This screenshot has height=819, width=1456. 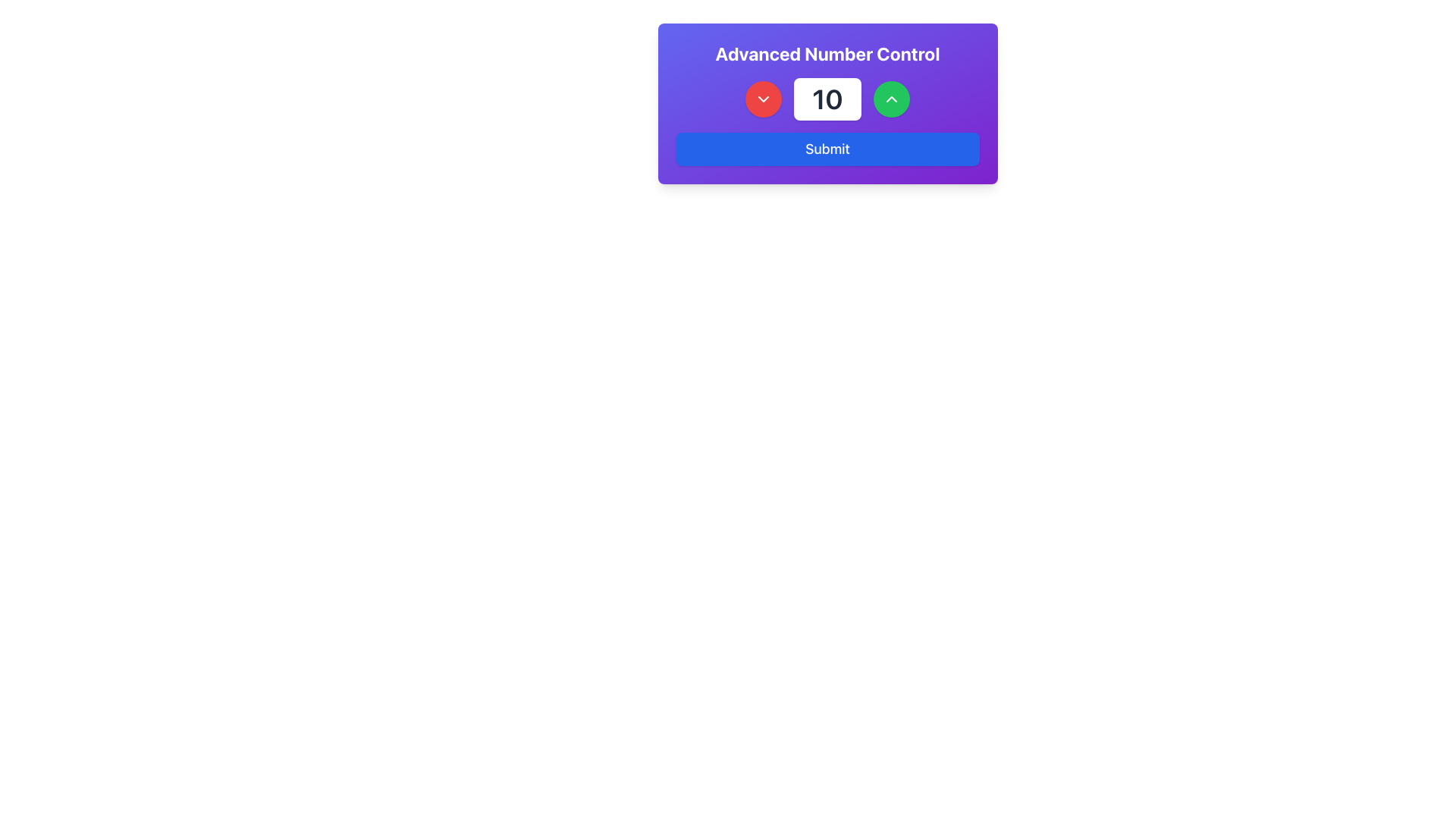 What do you see at coordinates (891, 99) in the screenshot?
I see `the circular green button with a white upward-pointing chevron icon in the 'Advanced Number Control' component to increment the number` at bounding box center [891, 99].